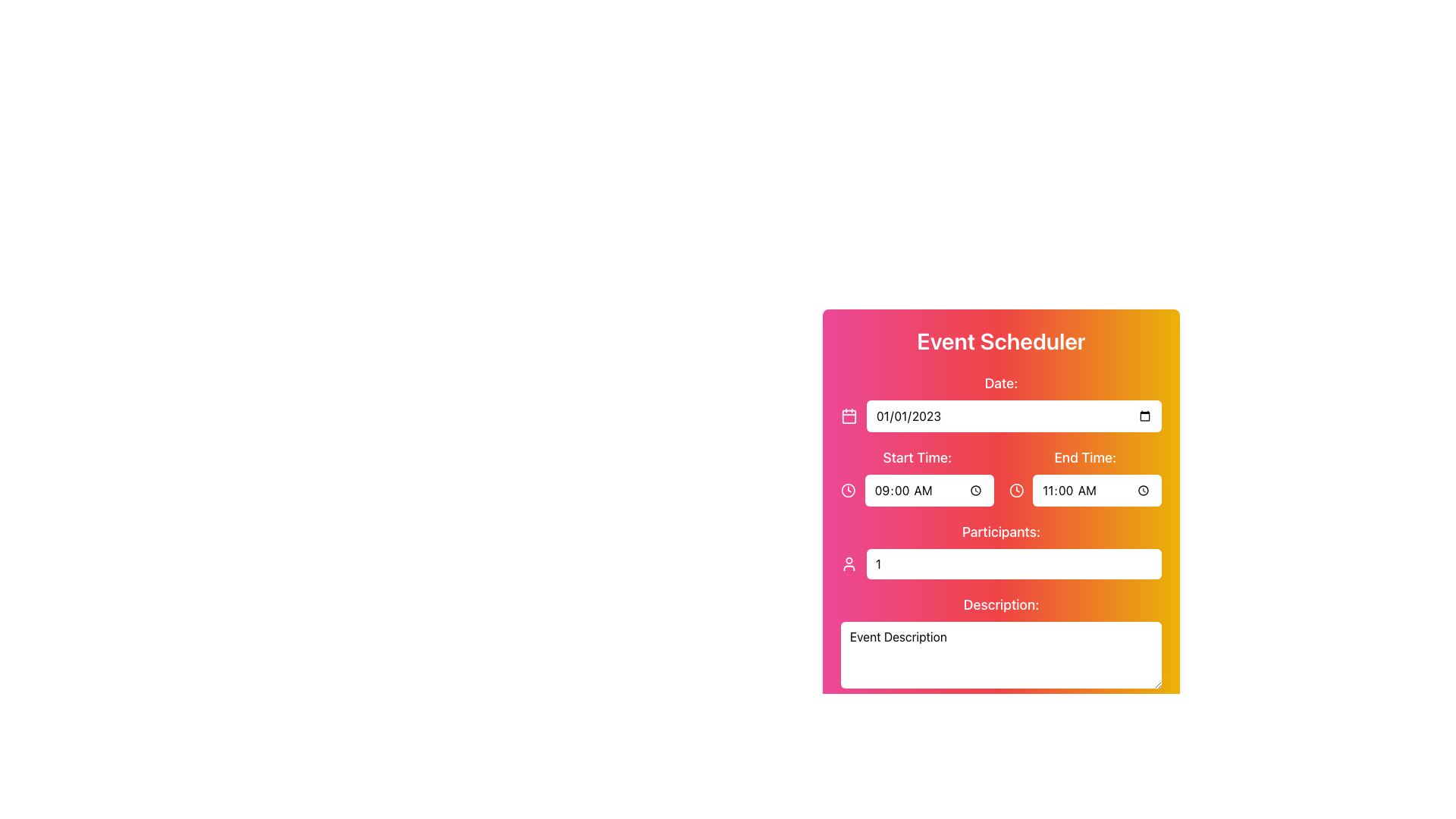 The width and height of the screenshot is (1456, 819). I want to click on the Time Input Field located to the right of the clock icon, under the label 'End Time:', so click(1084, 491).